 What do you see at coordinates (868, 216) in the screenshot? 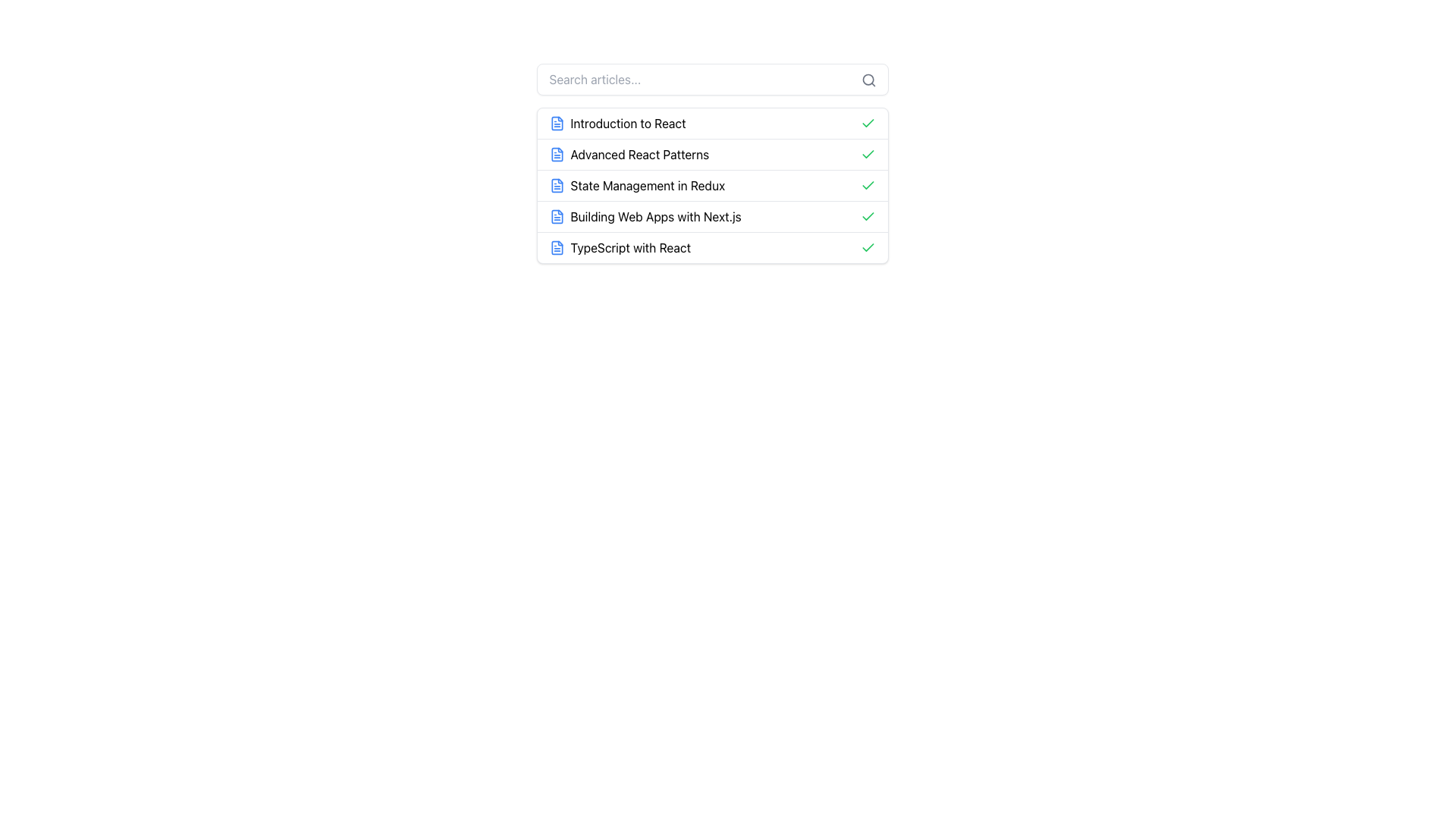
I see `the green checkmark icon located on the far right of the row labeled 'Building Web Apps with Next.js'` at bounding box center [868, 216].